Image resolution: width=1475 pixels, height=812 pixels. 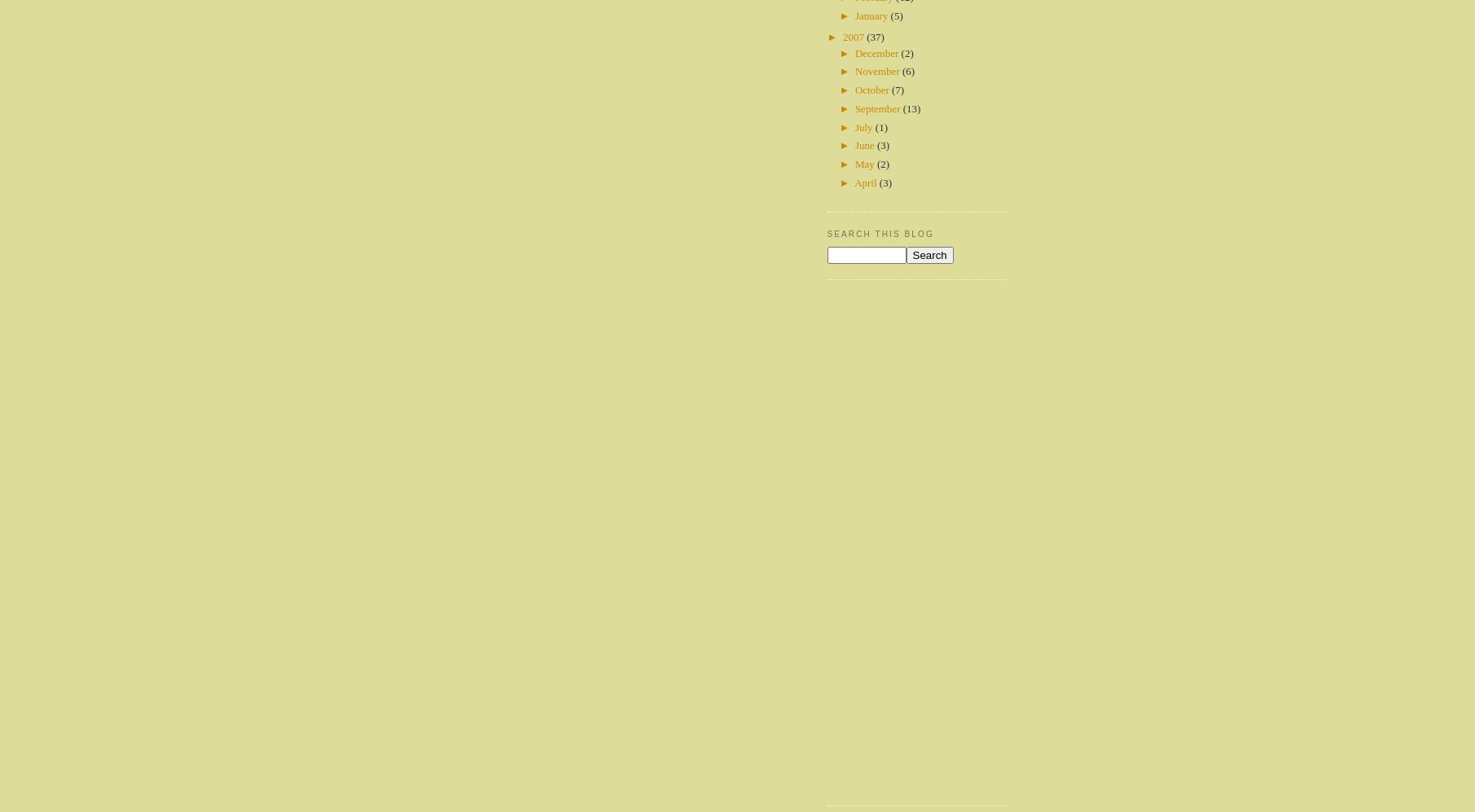 What do you see at coordinates (872, 15) in the screenshot?
I see `'January'` at bounding box center [872, 15].